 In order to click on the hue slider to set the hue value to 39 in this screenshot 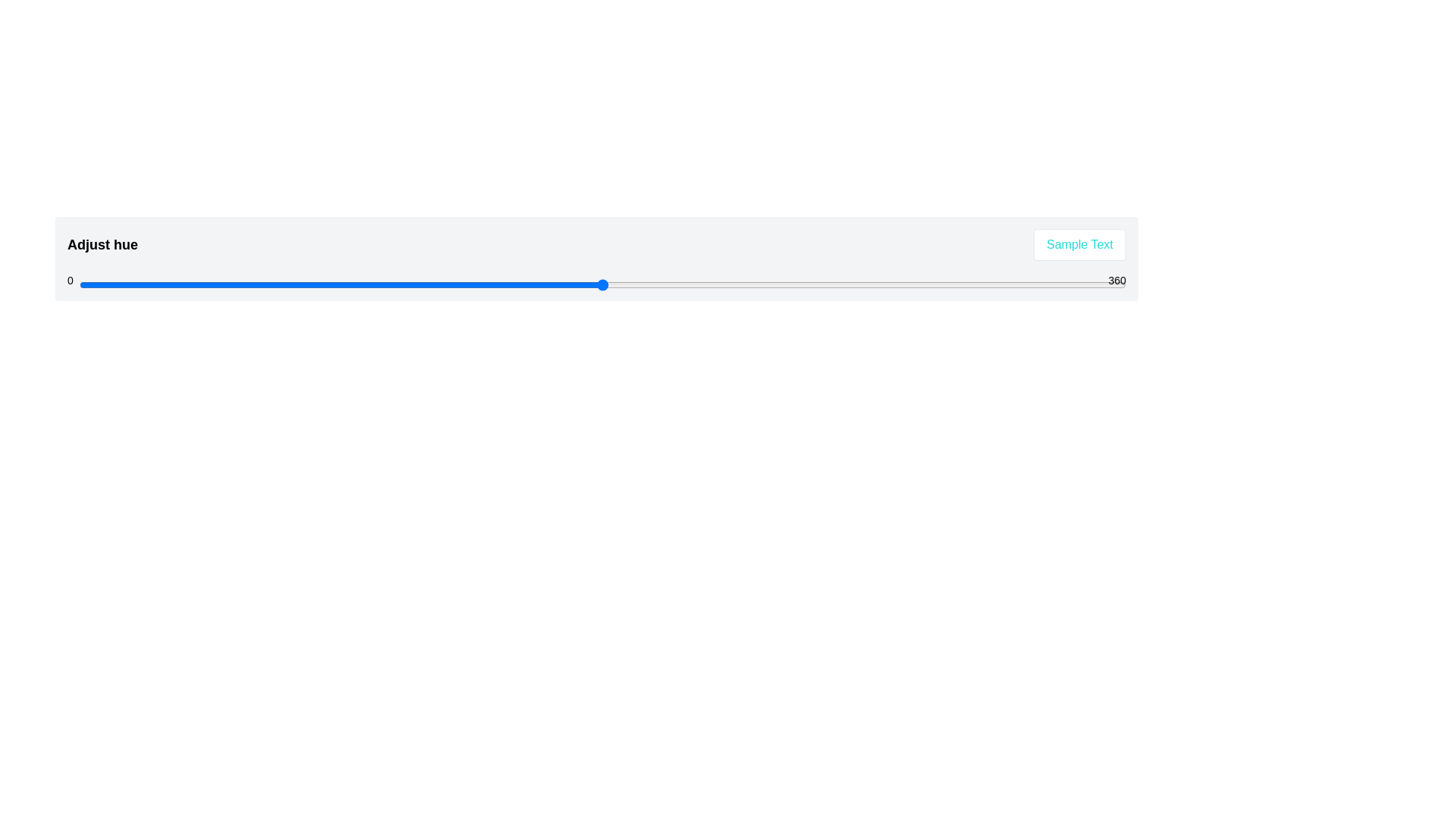, I will do `click(192, 284)`.